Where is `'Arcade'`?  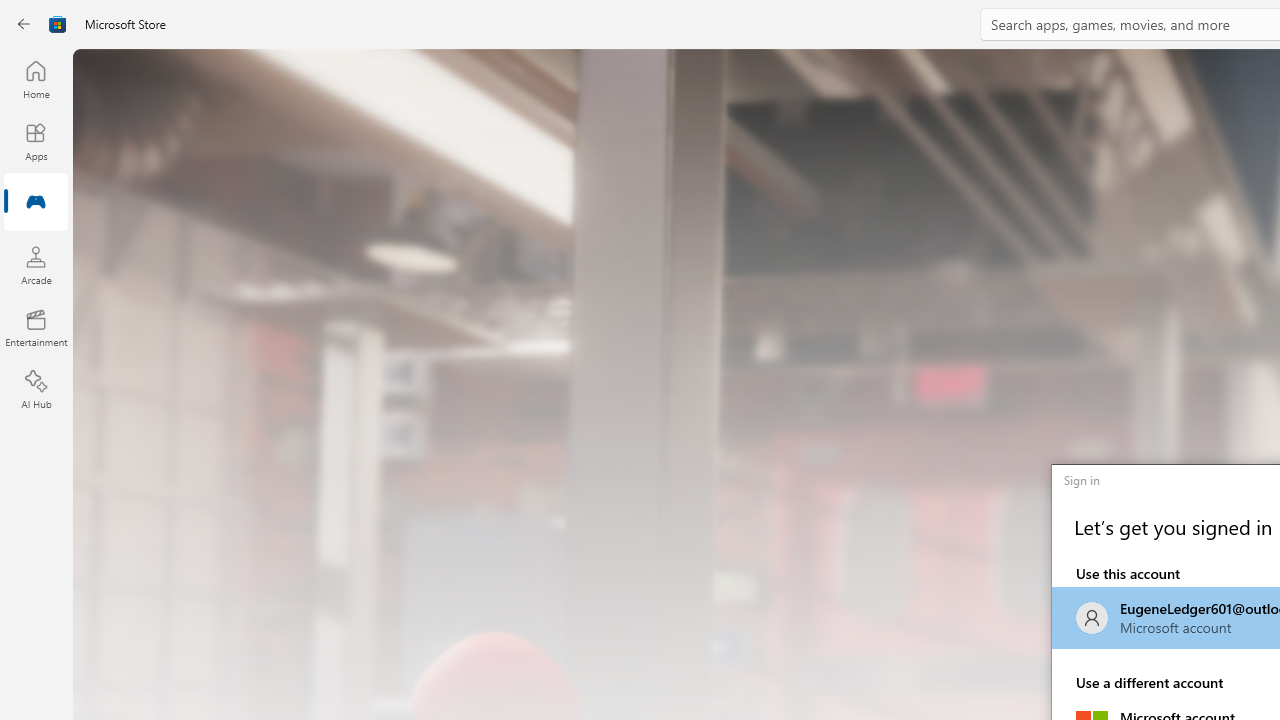 'Arcade' is located at coordinates (35, 264).